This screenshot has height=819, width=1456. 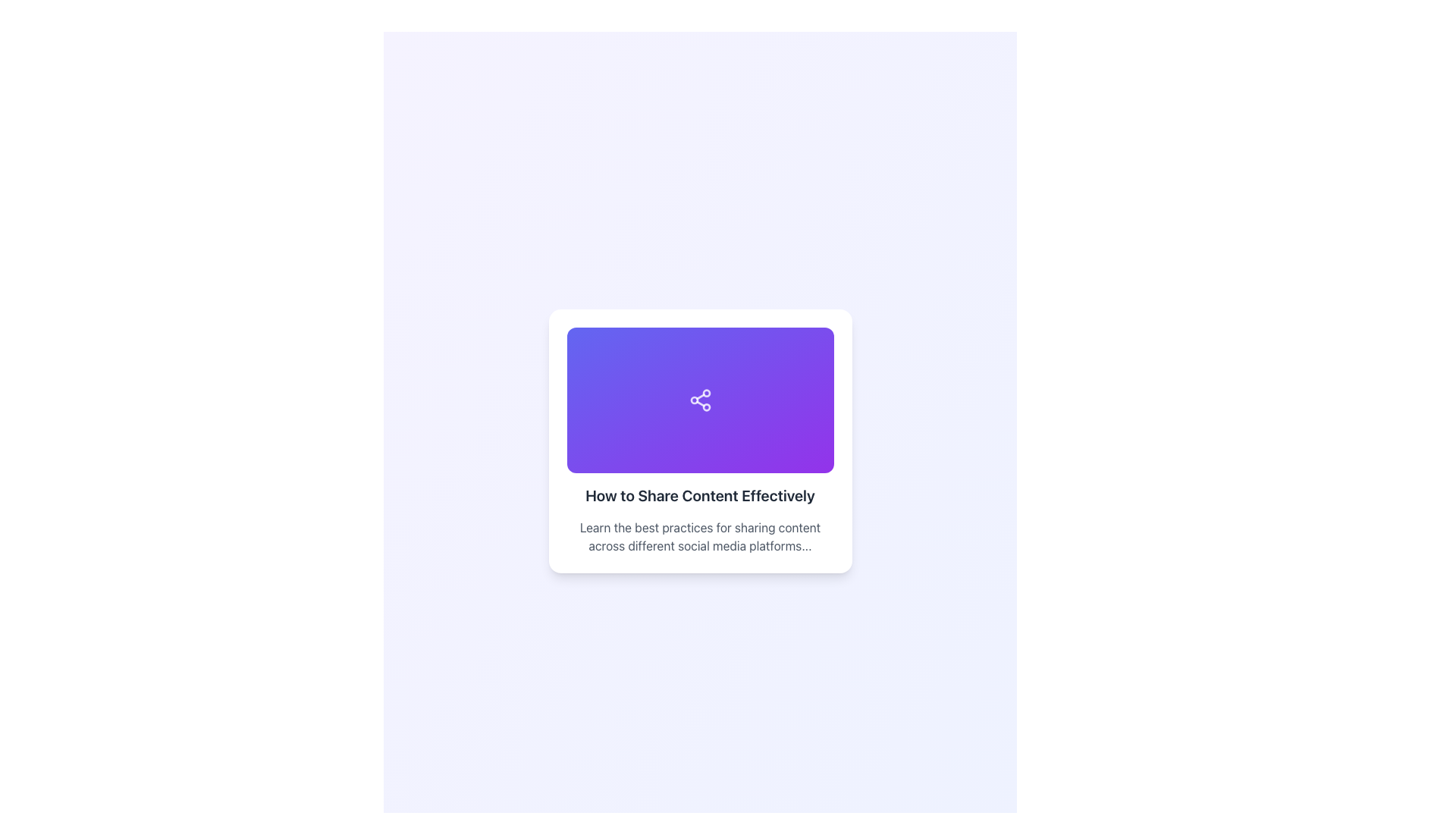 I want to click on text block displaying 'How to Share Content Effectively', which is styled with a larger font size and bold weight, located beneath a purple gradient background area with a share icon, so click(x=699, y=496).